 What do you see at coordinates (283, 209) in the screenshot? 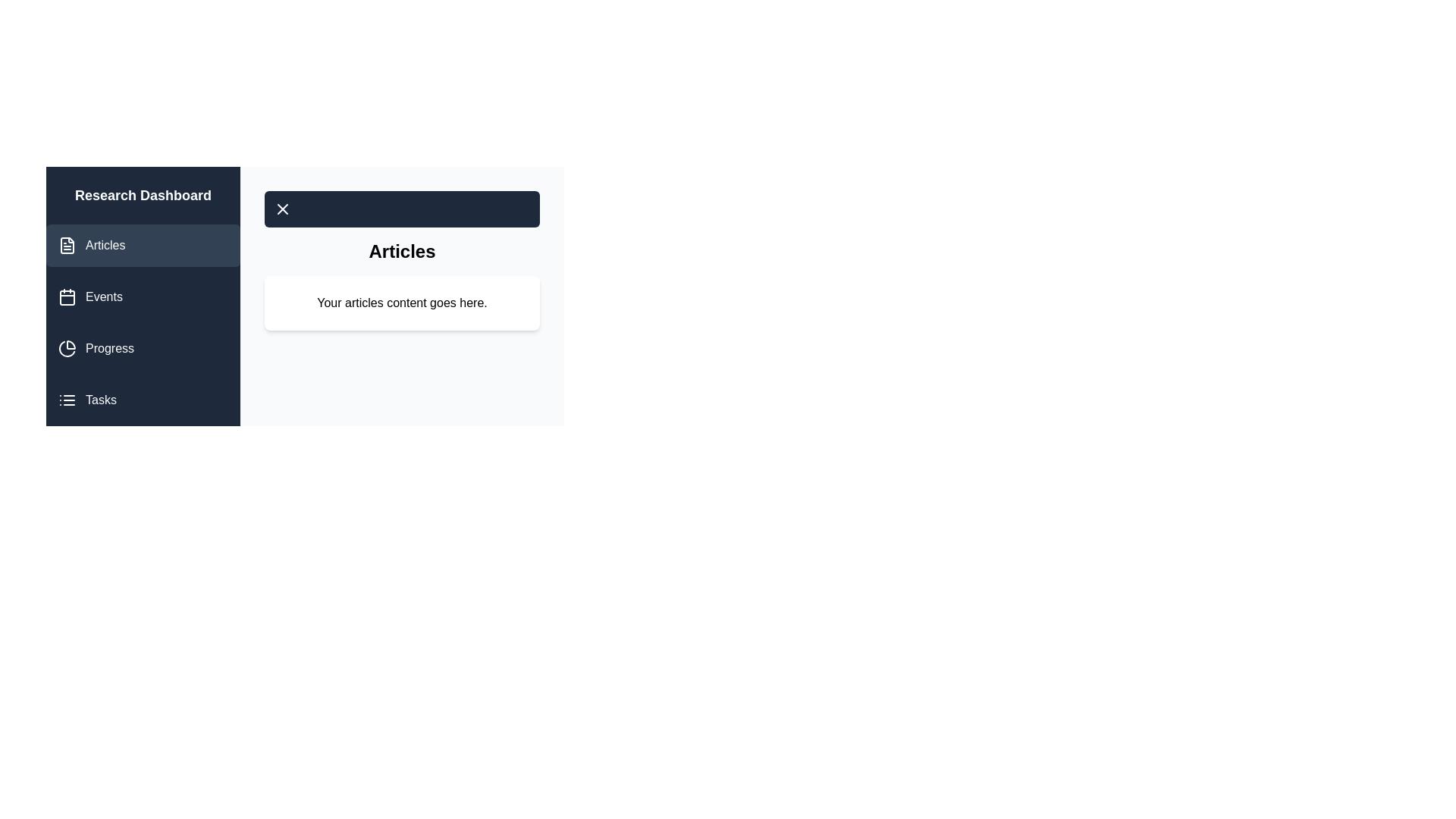
I see `button in the top-left corner of the main content area to toggle the sidebar visibility` at bounding box center [283, 209].